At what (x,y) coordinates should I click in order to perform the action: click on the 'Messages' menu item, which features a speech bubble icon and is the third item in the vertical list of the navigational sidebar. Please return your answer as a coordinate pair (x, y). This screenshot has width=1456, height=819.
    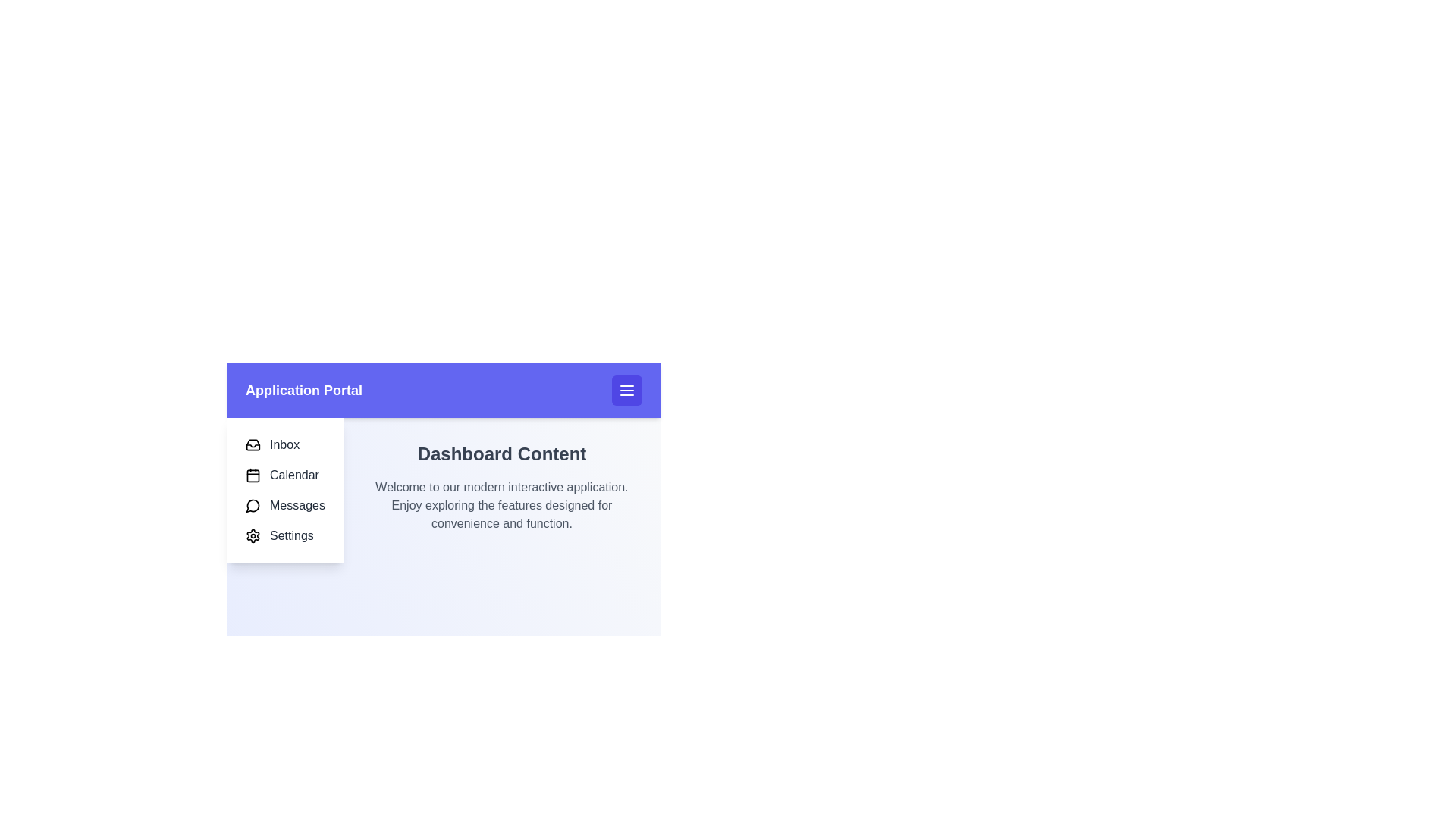
    Looking at the image, I should click on (285, 506).